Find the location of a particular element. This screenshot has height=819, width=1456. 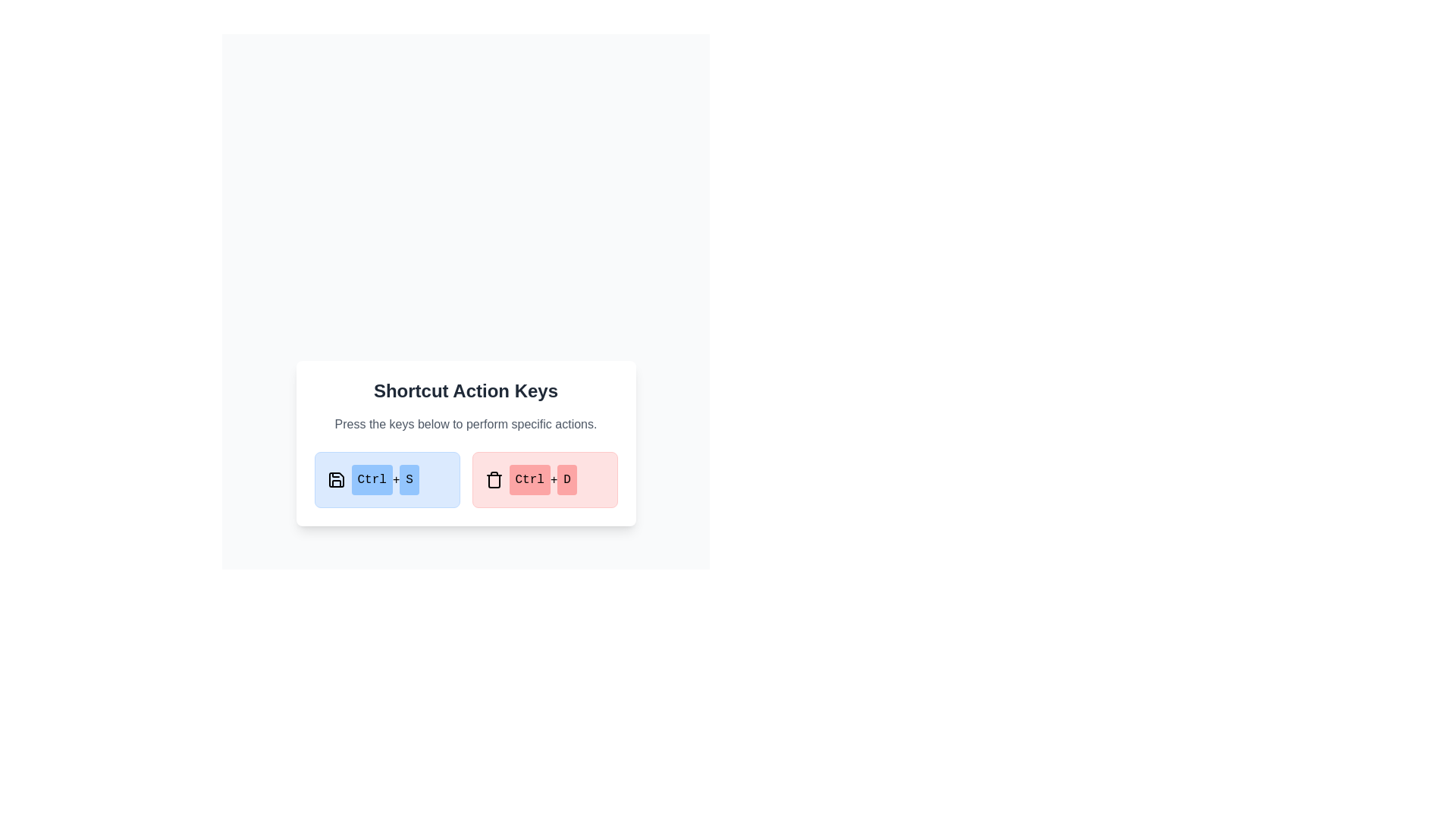

the blue button with rounded corners that has a save icon and the text 'Ctrl + S' is located at coordinates (387, 479).